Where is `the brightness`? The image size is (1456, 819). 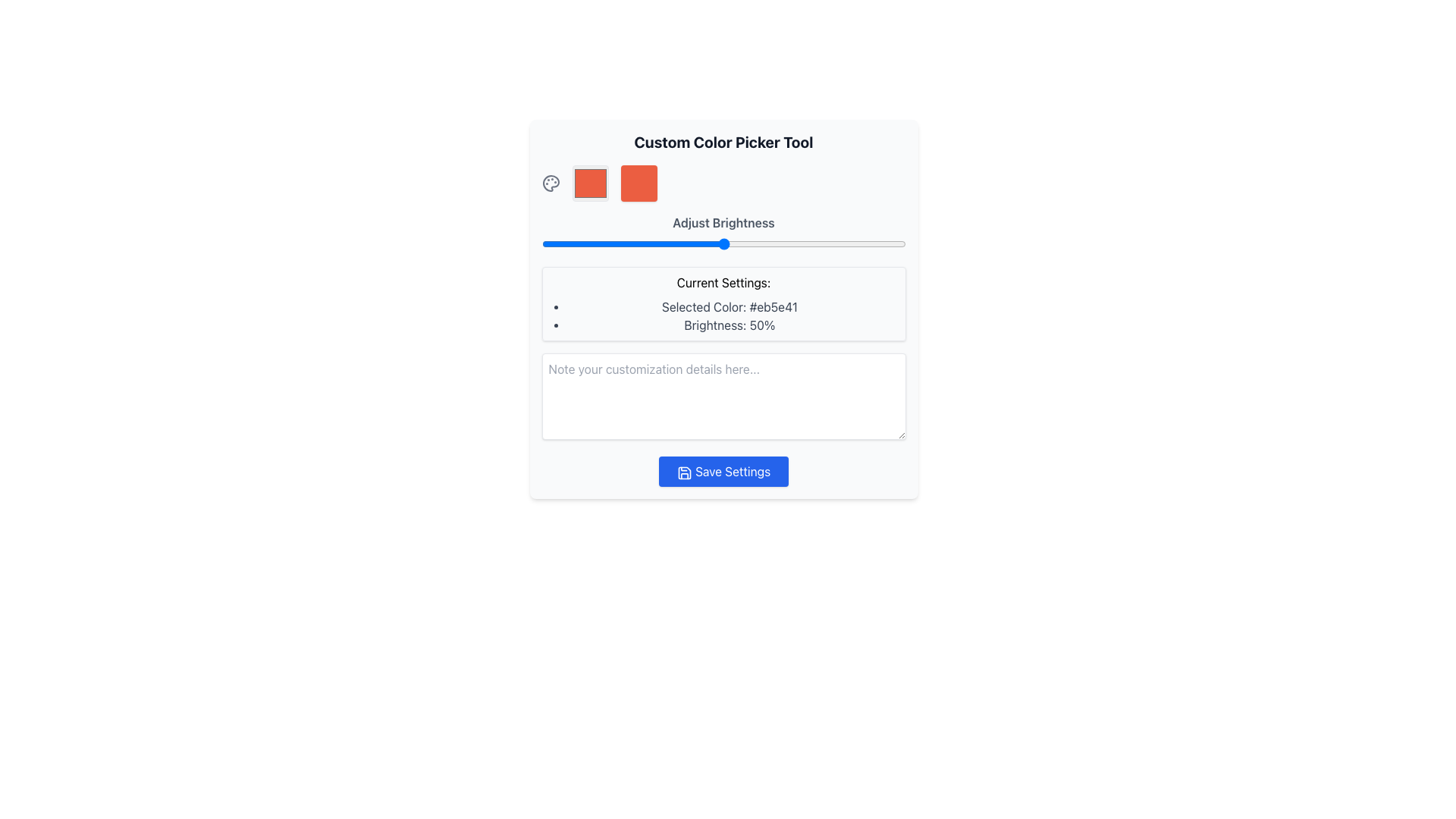
the brightness is located at coordinates (697, 243).